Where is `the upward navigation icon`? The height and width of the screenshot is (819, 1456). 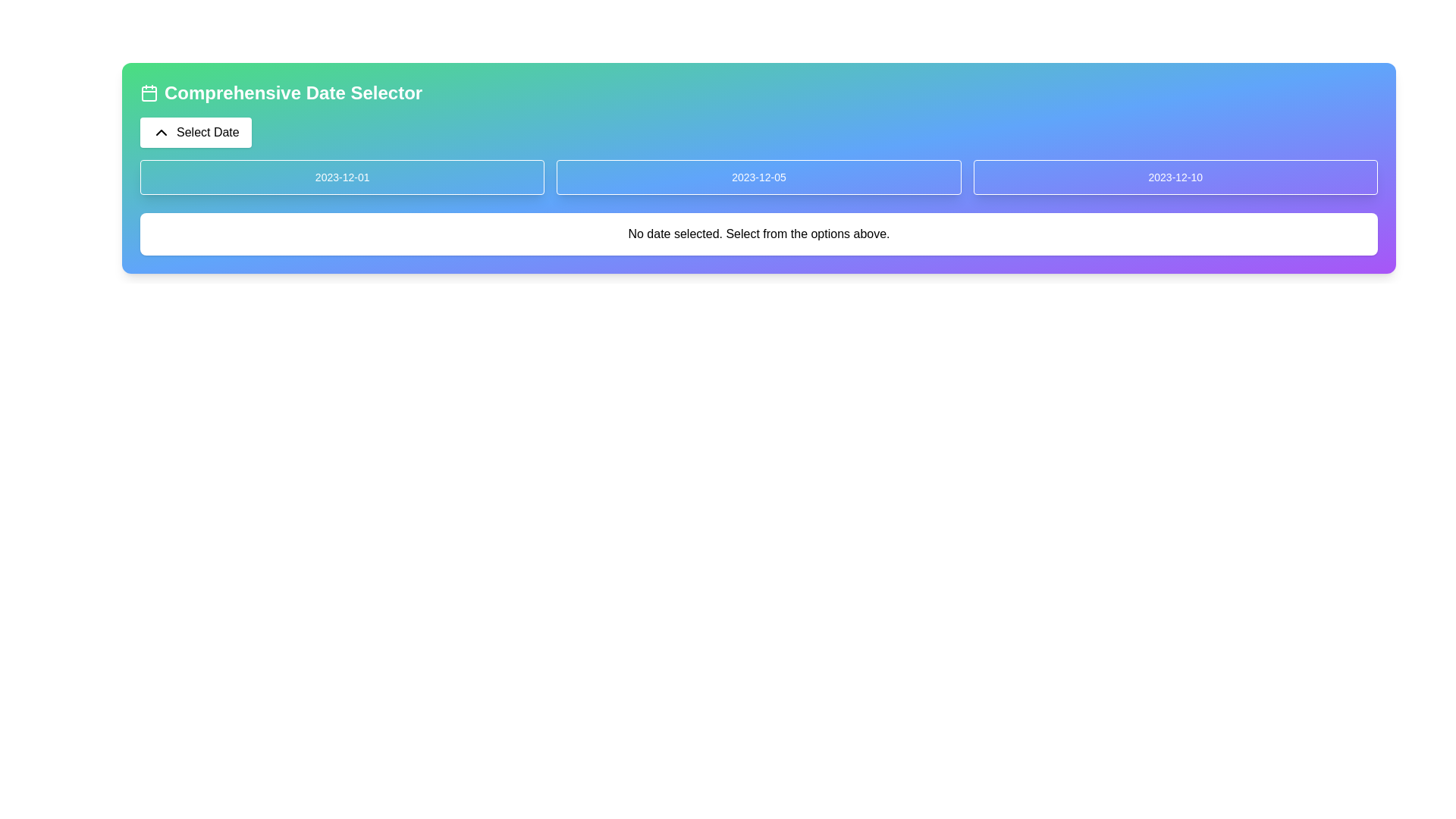 the upward navigation icon is located at coordinates (161, 131).